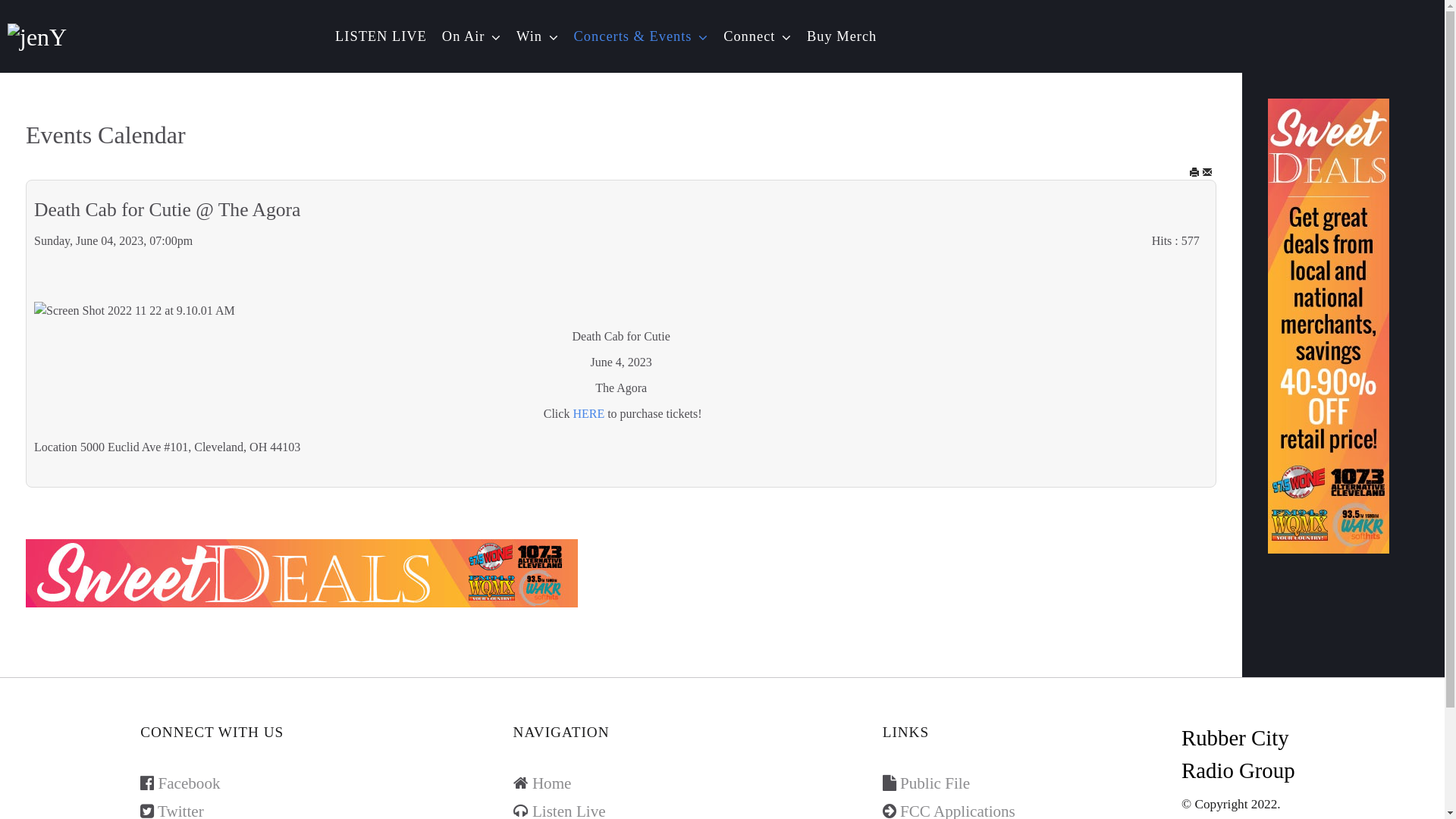  I want to click on 'LISTEN LIVE', so click(381, 35).